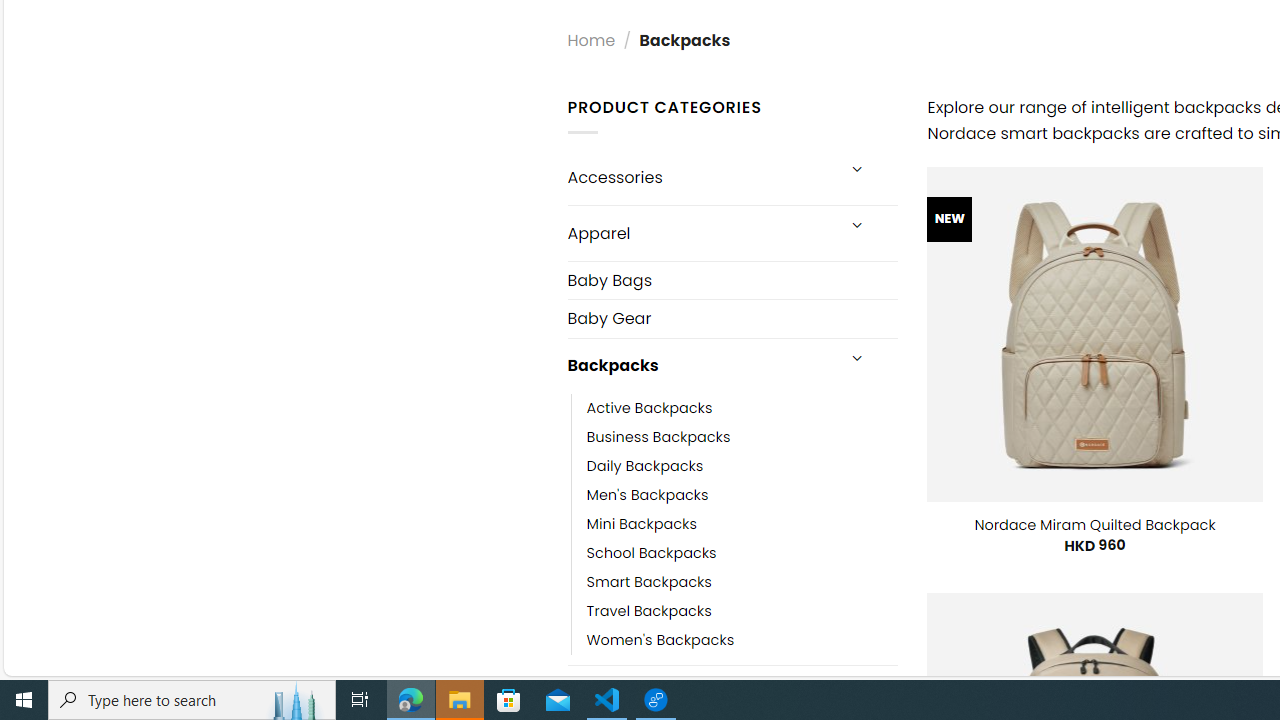  What do you see at coordinates (731, 280) in the screenshot?
I see `'Baby Bags'` at bounding box center [731, 280].